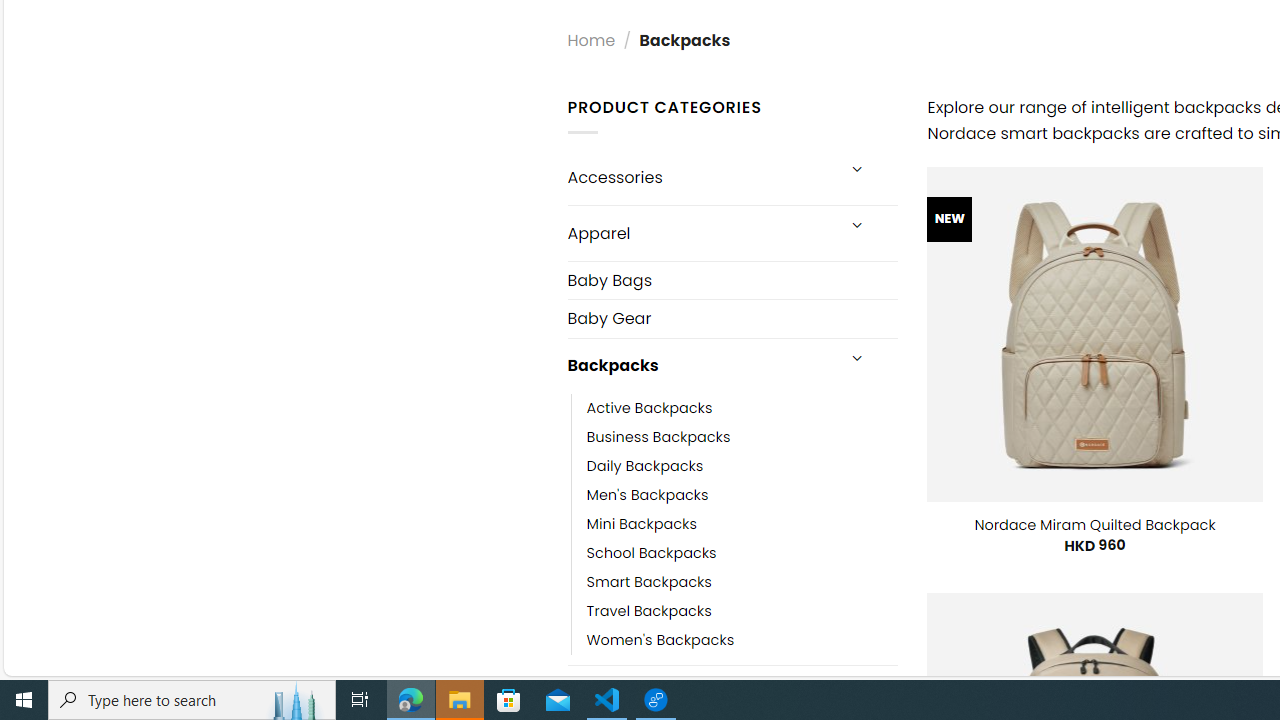  What do you see at coordinates (731, 280) in the screenshot?
I see `'Baby Bags'` at bounding box center [731, 280].